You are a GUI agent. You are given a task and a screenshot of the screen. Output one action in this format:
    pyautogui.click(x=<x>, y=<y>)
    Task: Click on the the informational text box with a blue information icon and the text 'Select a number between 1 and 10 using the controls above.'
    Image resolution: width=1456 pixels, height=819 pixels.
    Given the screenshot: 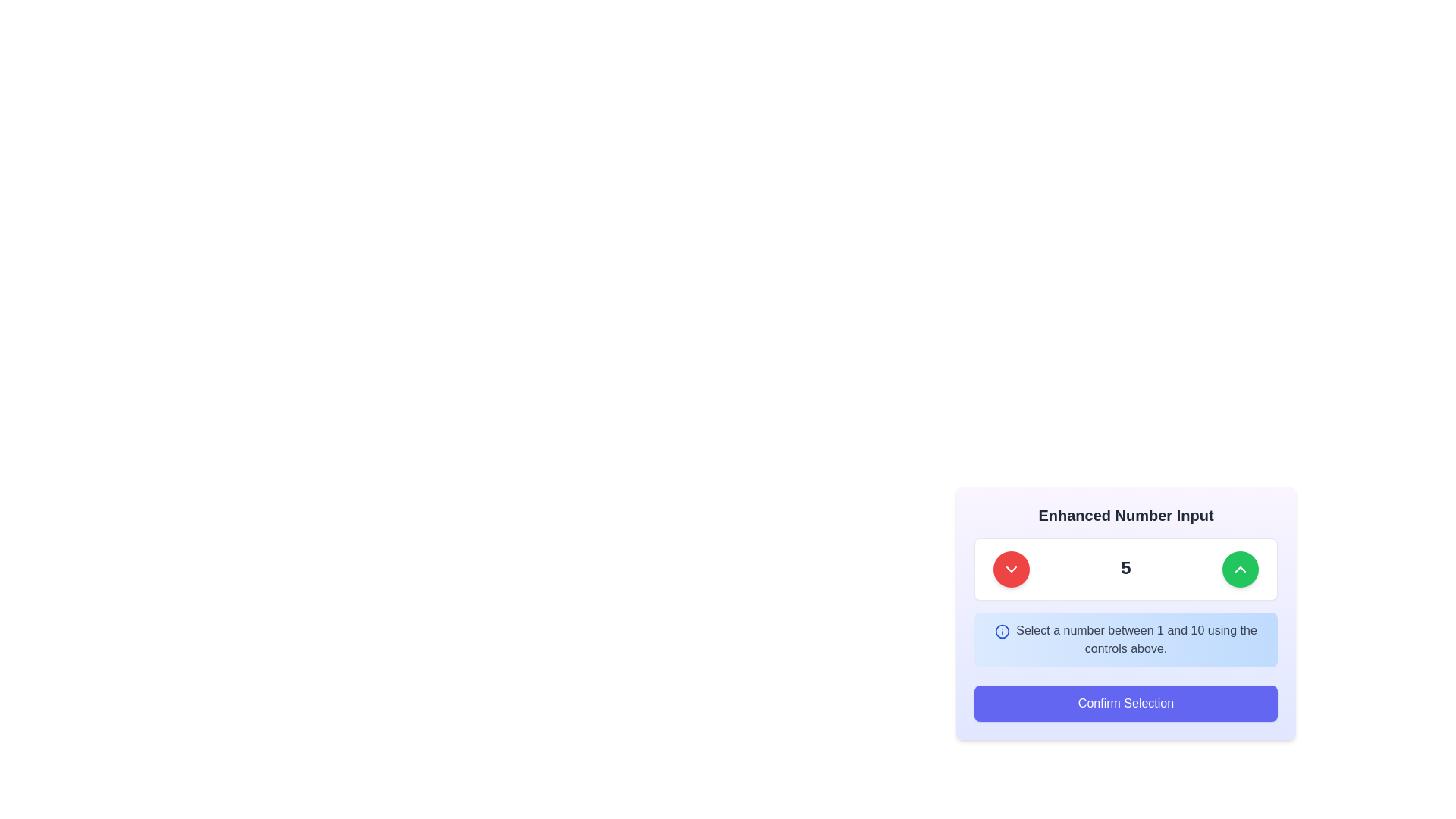 What is the action you would take?
    pyautogui.click(x=1125, y=640)
    